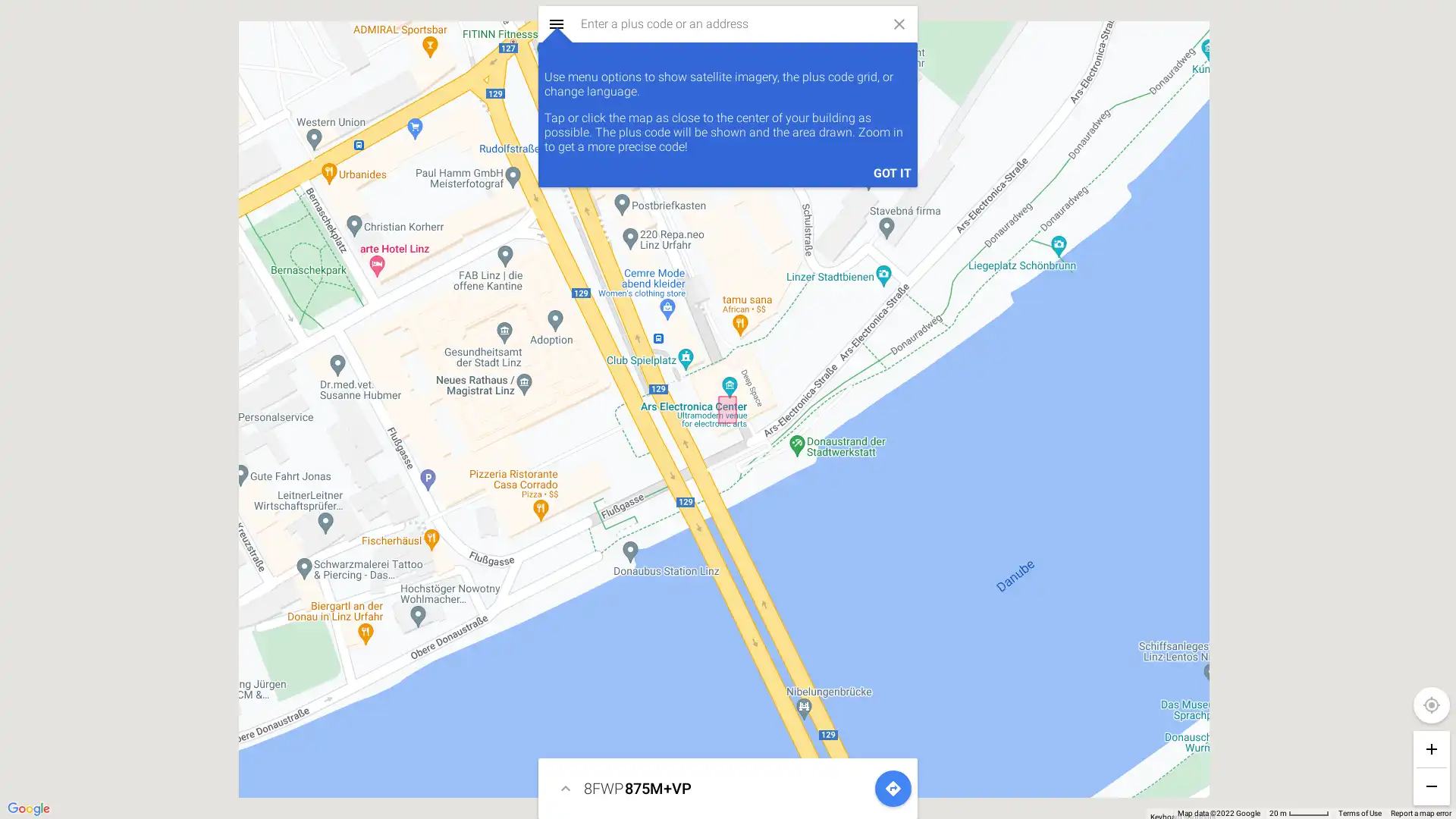 This screenshot has height=819, width=1456. Describe the element at coordinates (284, 792) in the screenshot. I see `GOT IT` at that location.